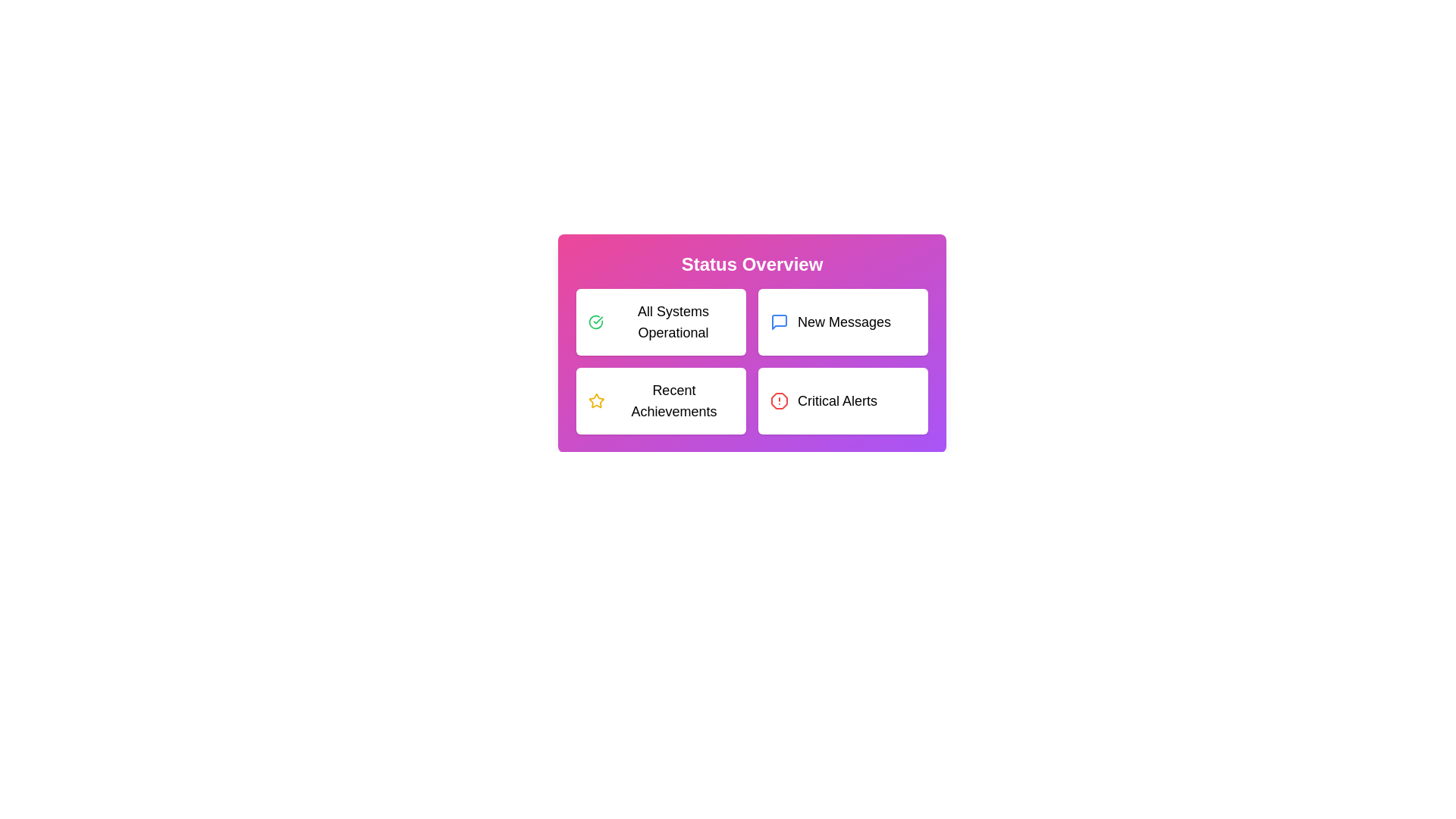 The image size is (1456, 819). I want to click on the rectangular card displaying 'Critical Alerts' with a red octagonal alert sign, located in the bottom-right quadrant of the interface, so click(843, 400).